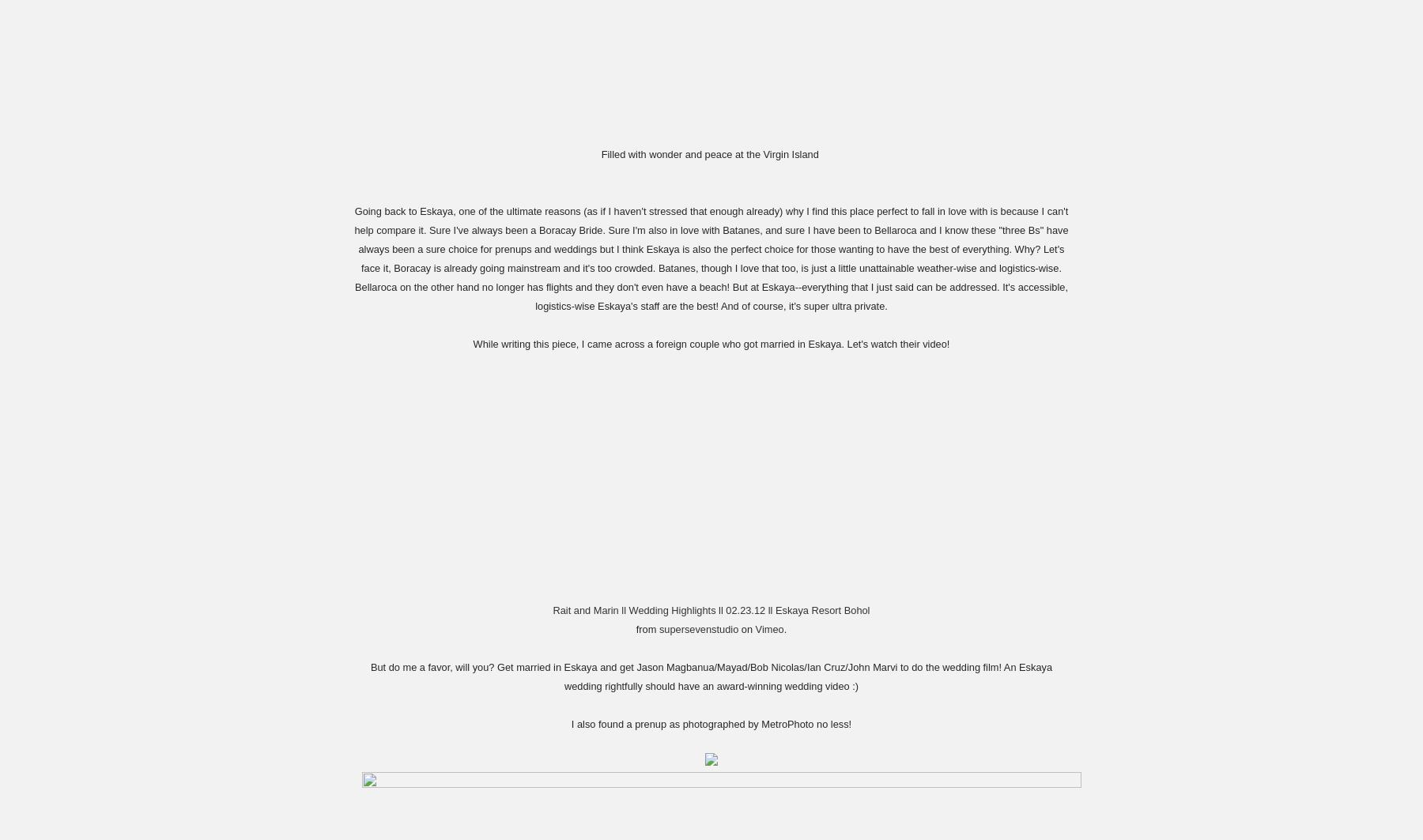  I want to click on 'Vimeo', so click(768, 627).